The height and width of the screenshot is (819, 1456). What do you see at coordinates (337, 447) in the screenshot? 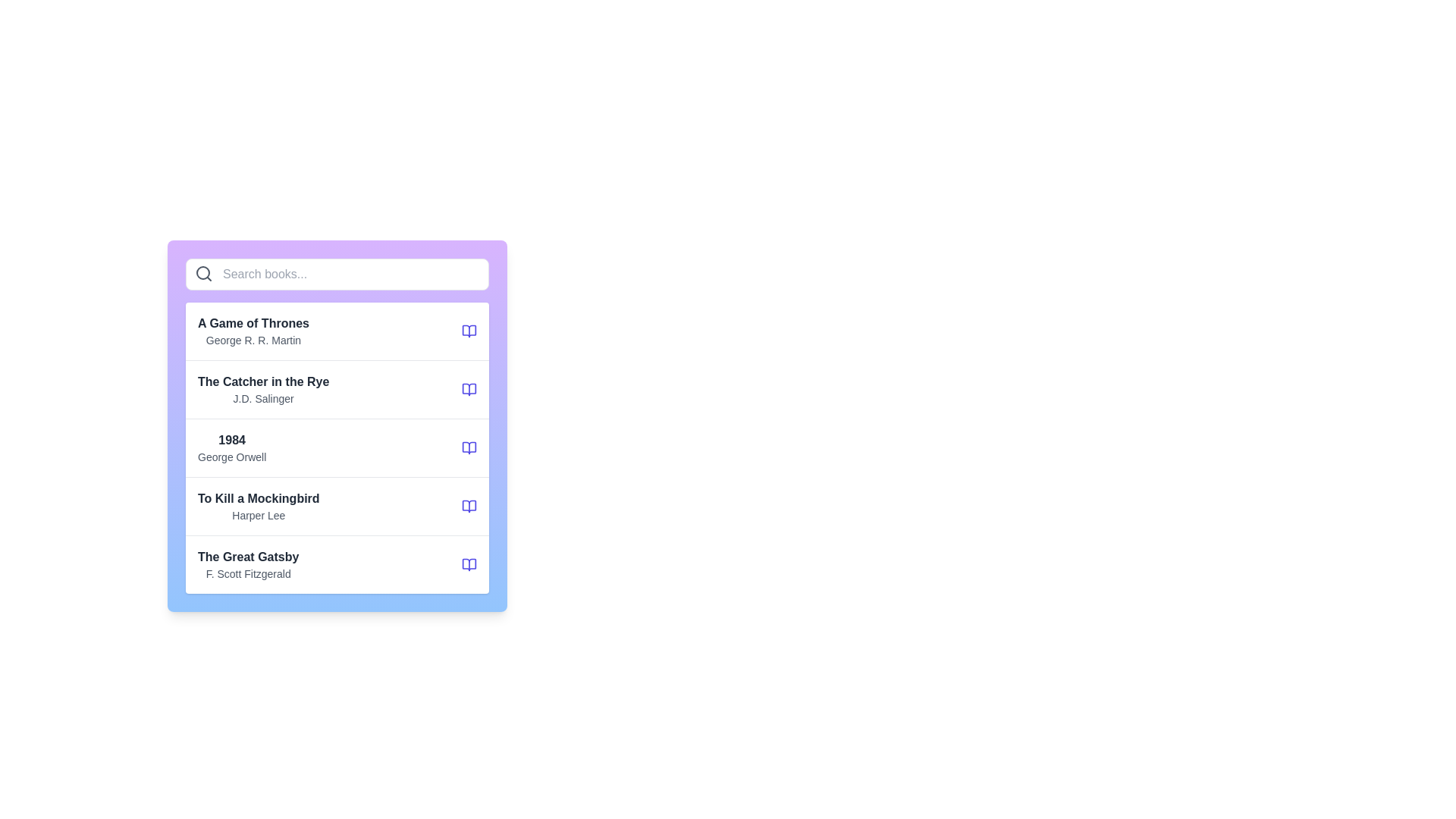
I see `on the selectable list item representing the book '1984' by George Orwell, which is the third item in the vertical list of books` at bounding box center [337, 447].